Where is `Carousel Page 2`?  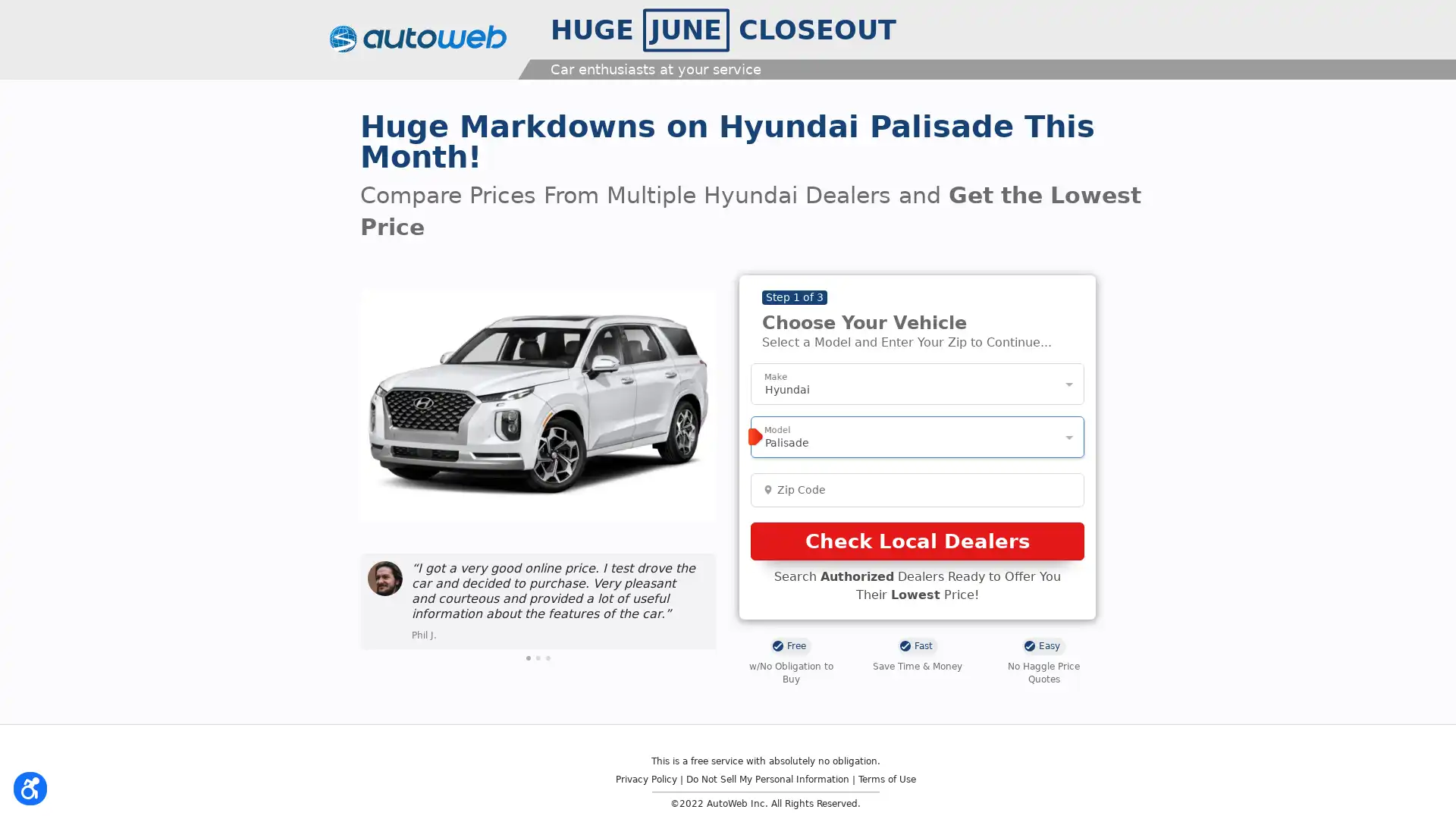 Carousel Page 2 is located at coordinates (538, 657).